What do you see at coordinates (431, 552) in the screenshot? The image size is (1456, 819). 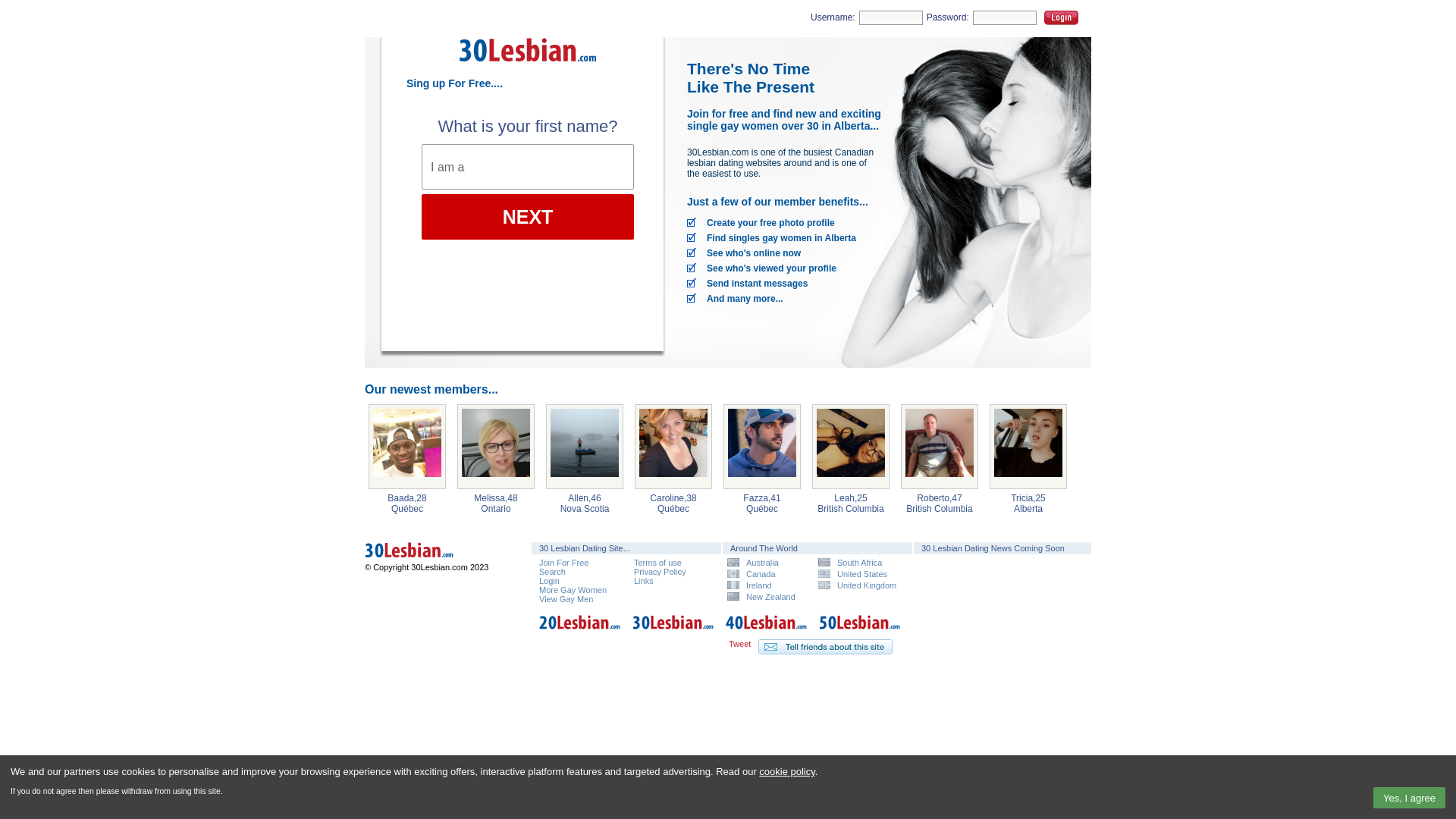 I see `'30 Lesbian Dating Canada'` at bounding box center [431, 552].